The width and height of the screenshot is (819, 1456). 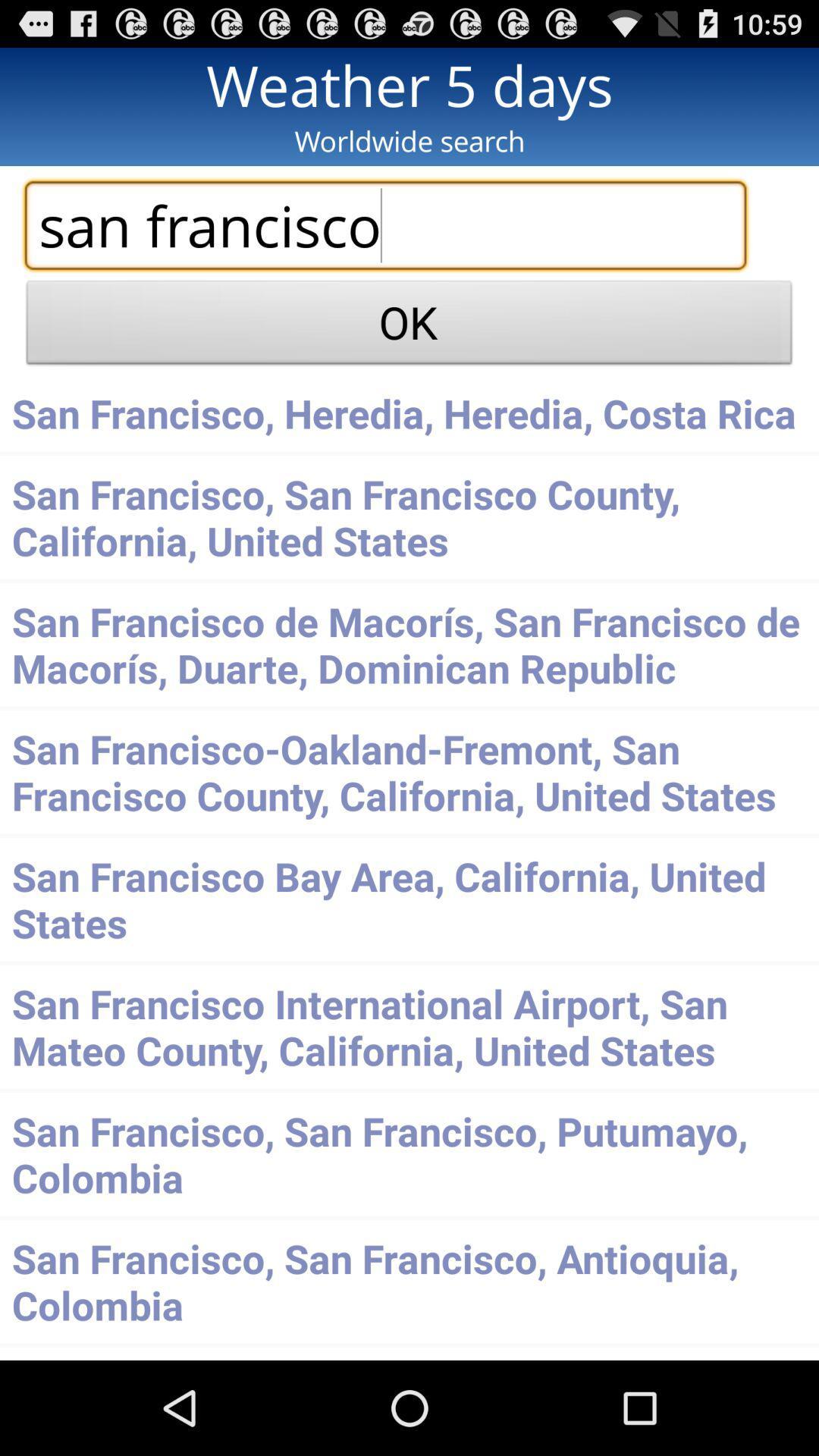 What do you see at coordinates (409, 326) in the screenshot?
I see `ok` at bounding box center [409, 326].